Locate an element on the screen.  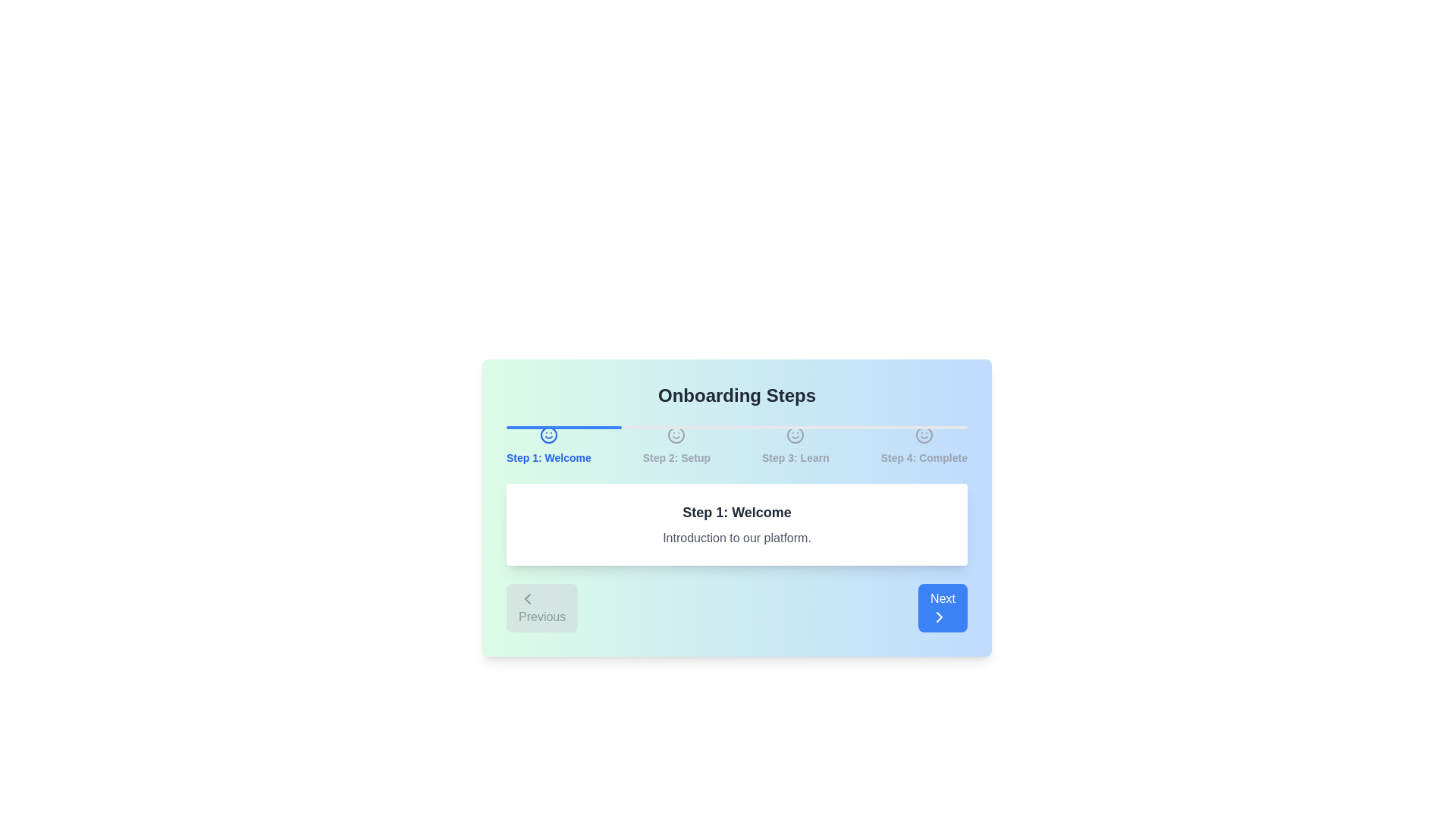
the state of the active onboarding step indicator icon, which is the first circular SVG icon in the top row, highlighting 'Step 1: Welcome' is located at coordinates (548, 435).